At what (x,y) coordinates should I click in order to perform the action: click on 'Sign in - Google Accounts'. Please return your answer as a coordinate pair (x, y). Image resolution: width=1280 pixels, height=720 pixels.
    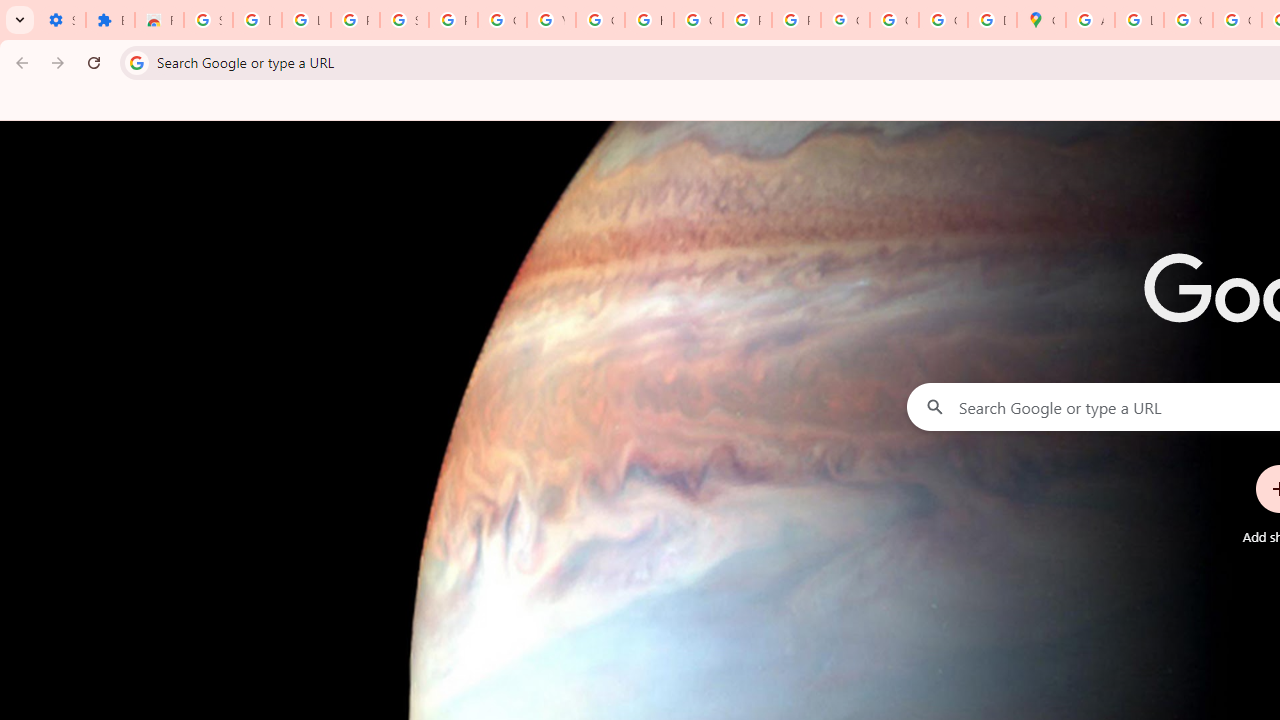
    Looking at the image, I should click on (208, 20).